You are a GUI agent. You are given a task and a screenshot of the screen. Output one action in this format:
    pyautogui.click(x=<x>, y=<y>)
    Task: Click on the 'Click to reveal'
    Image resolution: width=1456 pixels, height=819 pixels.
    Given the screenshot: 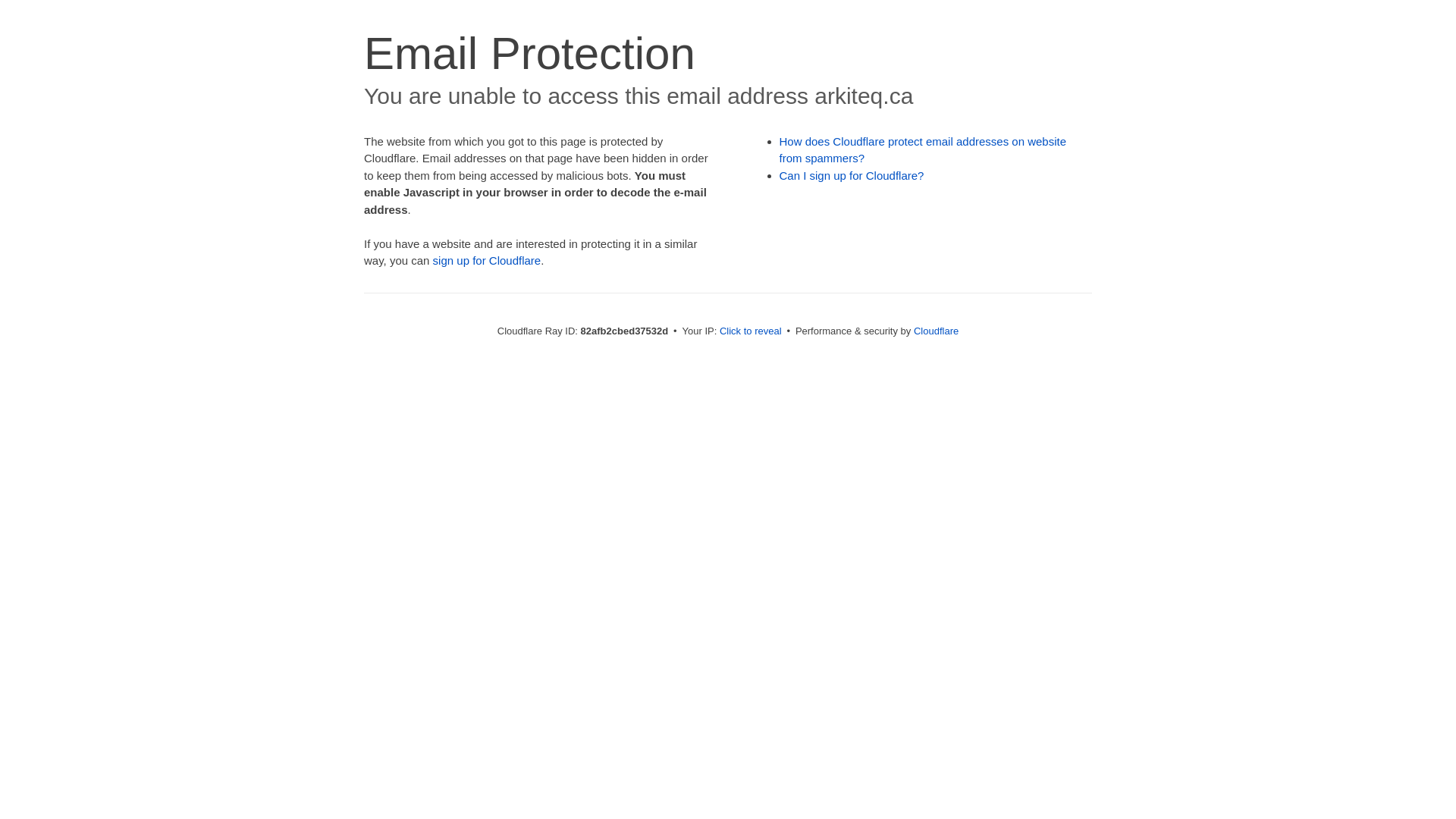 What is the action you would take?
    pyautogui.click(x=719, y=330)
    